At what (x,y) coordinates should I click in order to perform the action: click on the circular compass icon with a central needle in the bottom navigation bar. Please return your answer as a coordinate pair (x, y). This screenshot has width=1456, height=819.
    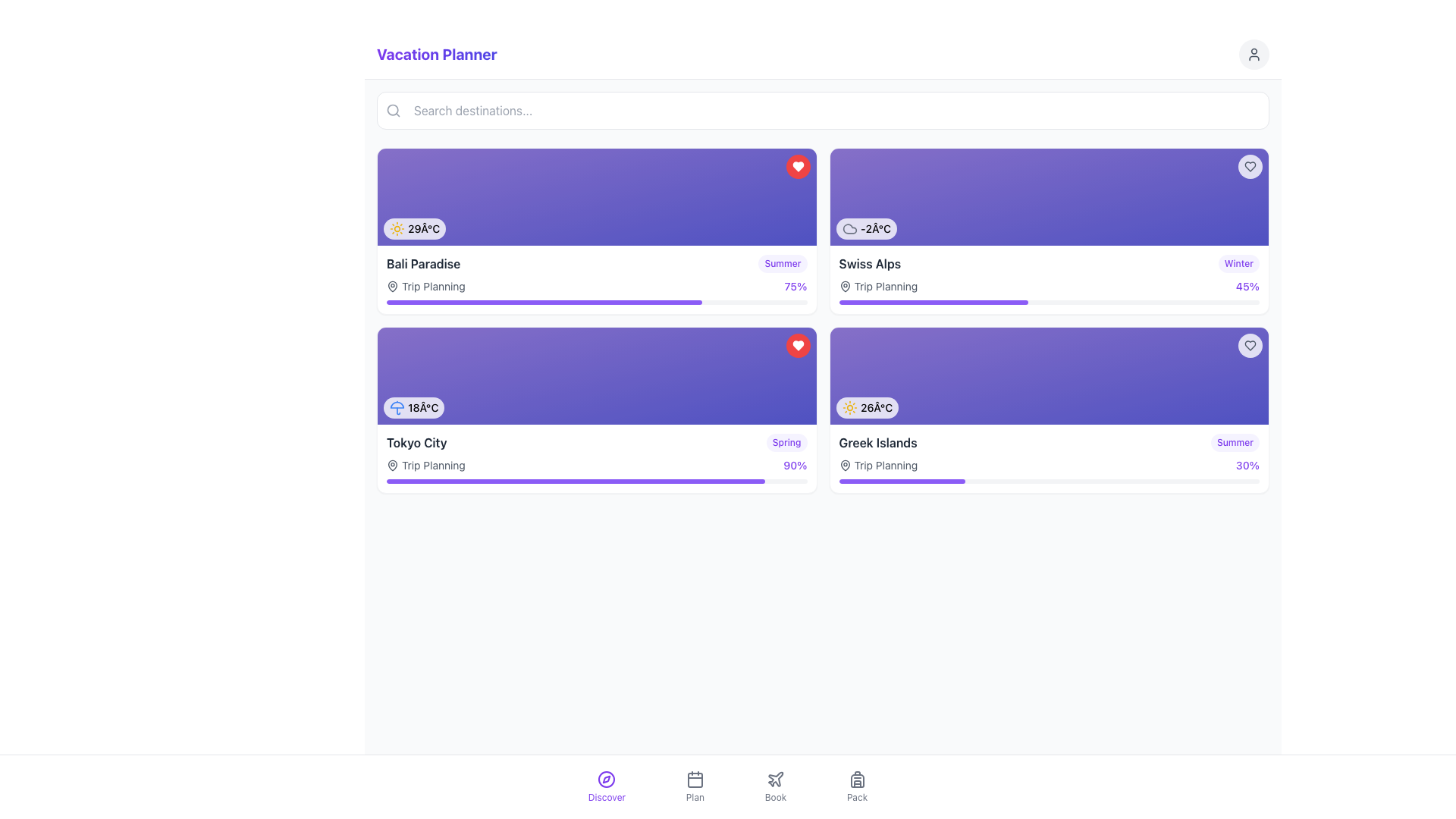
    Looking at the image, I should click on (607, 780).